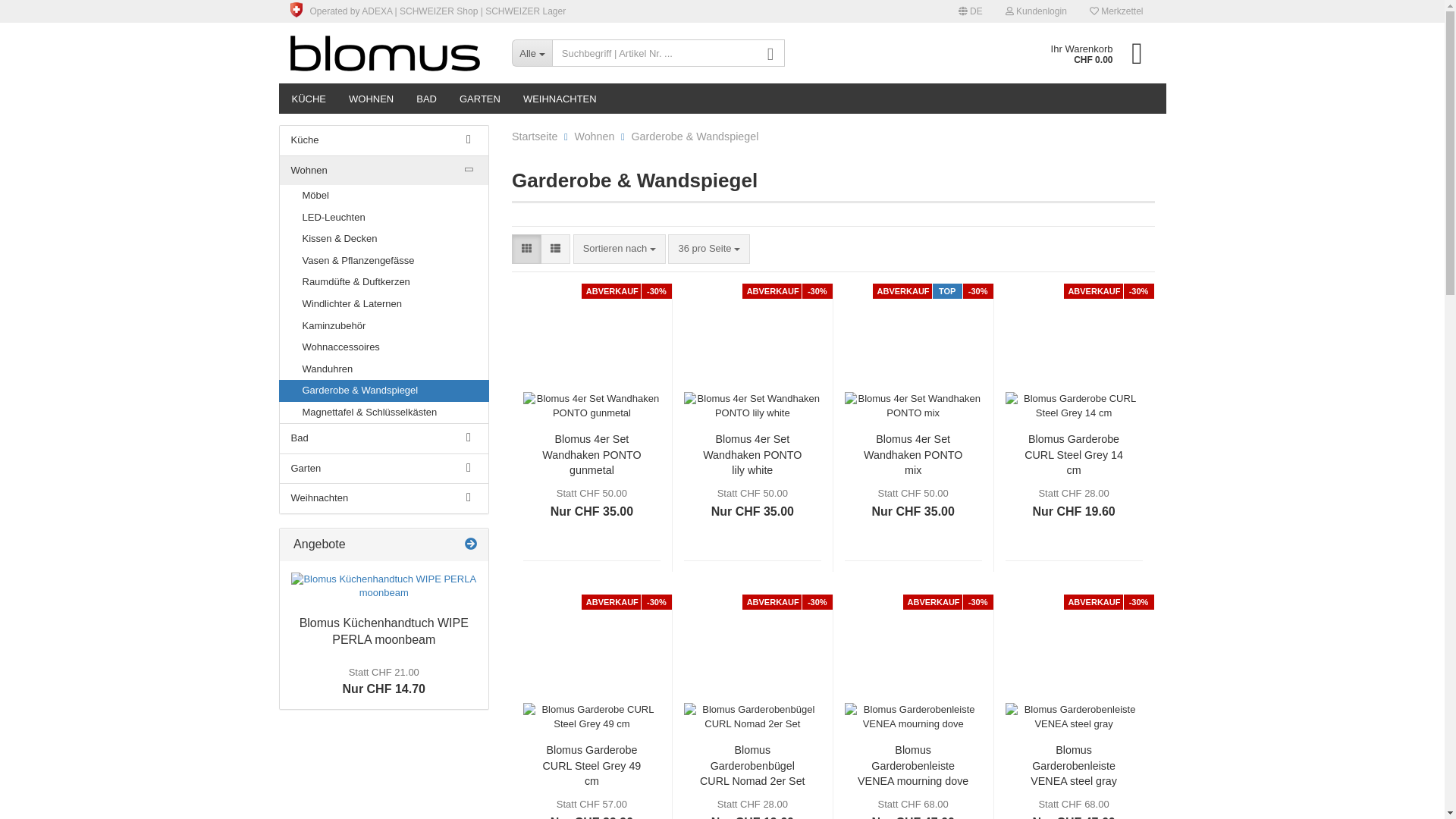 The image size is (1456, 819). I want to click on 'Startseite', so click(535, 136).